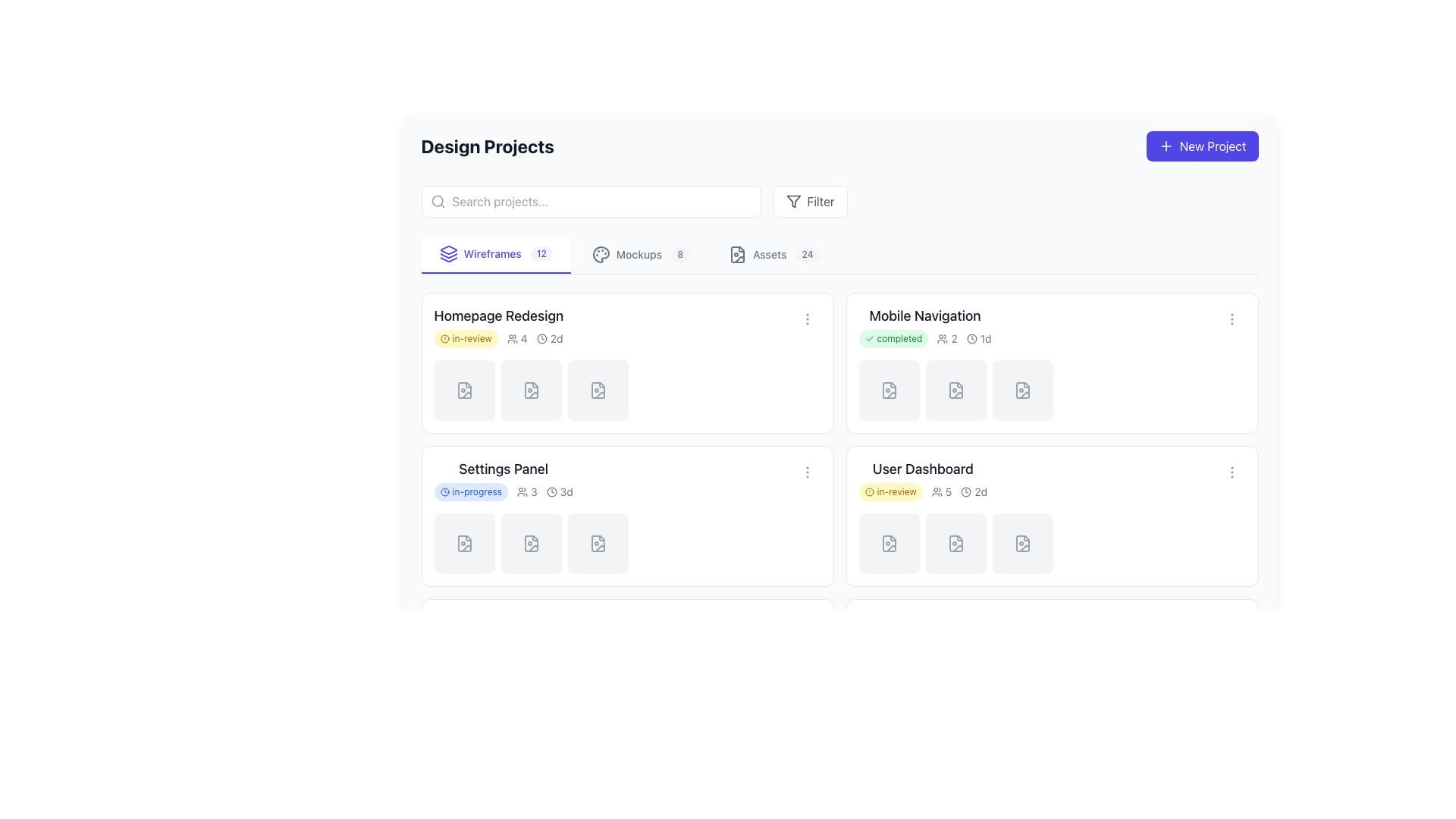  What do you see at coordinates (444, 338) in the screenshot?
I see `the circular warning sign icon in the yellow 'in-review' badge located at the top-left corner of the 'Homepage Redesign' card in the project grid` at bounding box center [444, 338].